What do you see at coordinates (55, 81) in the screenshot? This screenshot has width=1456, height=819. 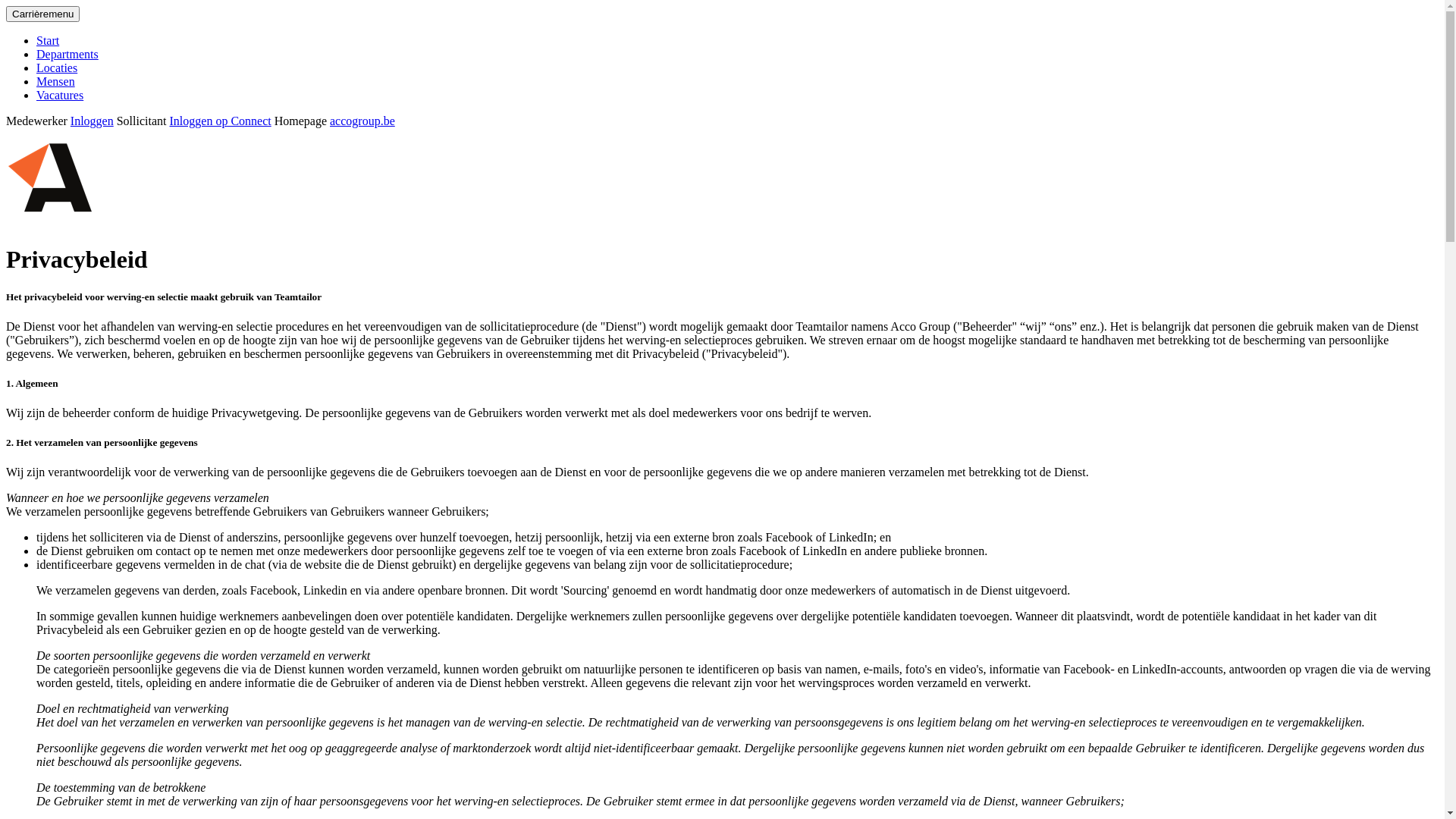 I see `'Mensen'` at bounding box center [55, 81].